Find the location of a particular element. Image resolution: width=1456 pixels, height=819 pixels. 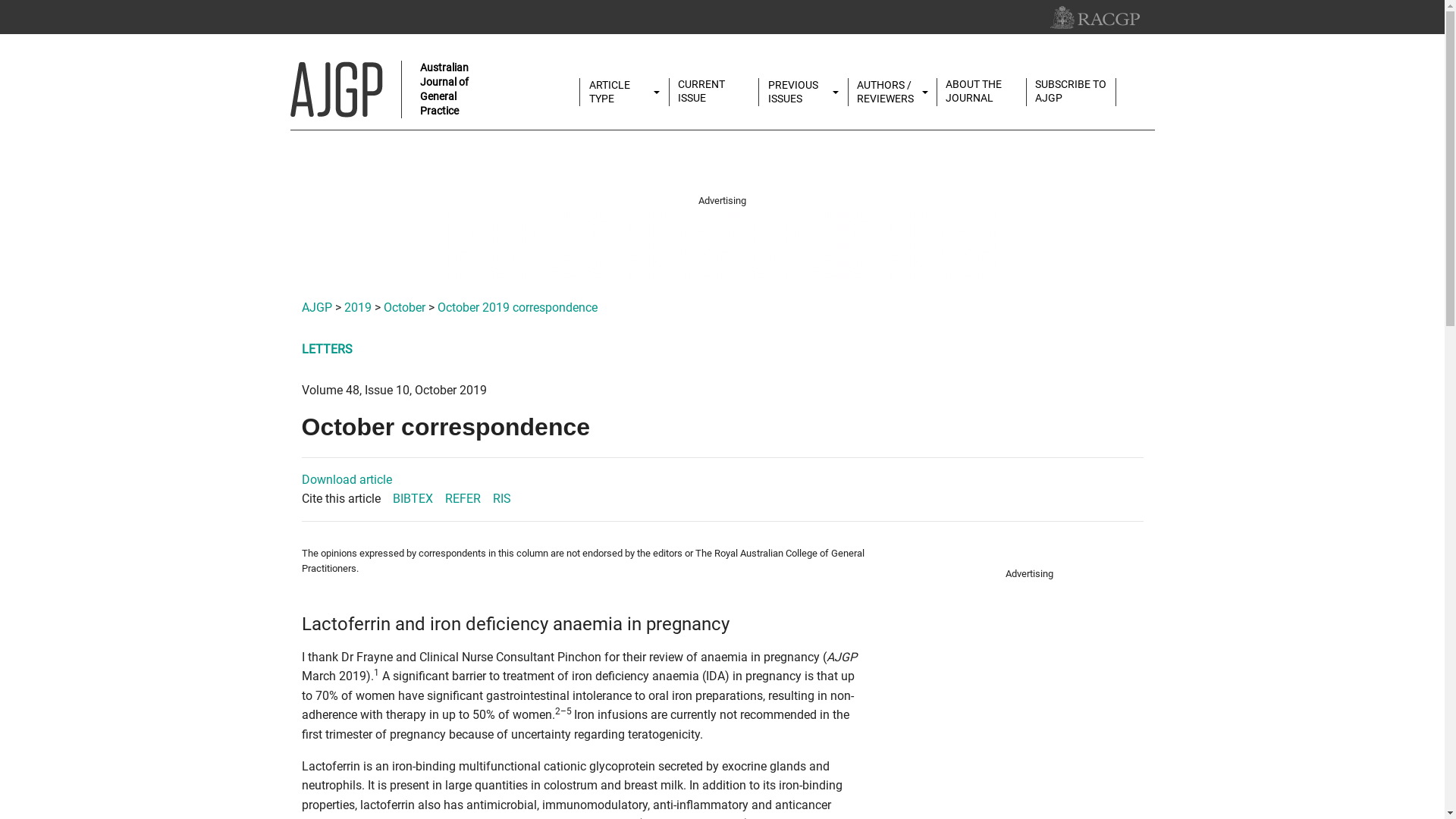

'2019' is located at coordinates (356, 307).